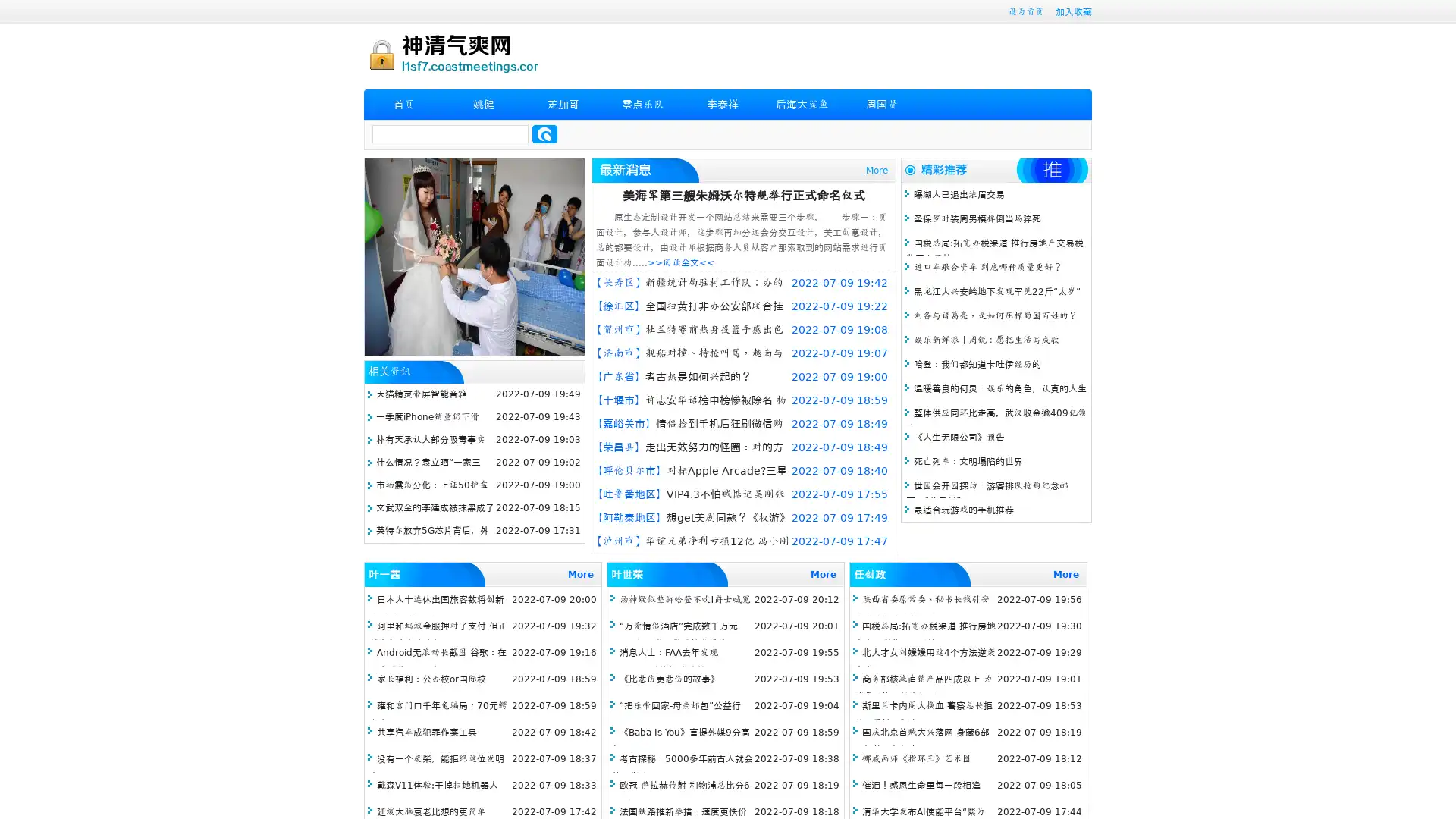 The width and height of the screenshot is (1456, 819). What do you see at coordinates (544, 133) in the screenshot?
I see `Search` at bounding box center [544, 133].